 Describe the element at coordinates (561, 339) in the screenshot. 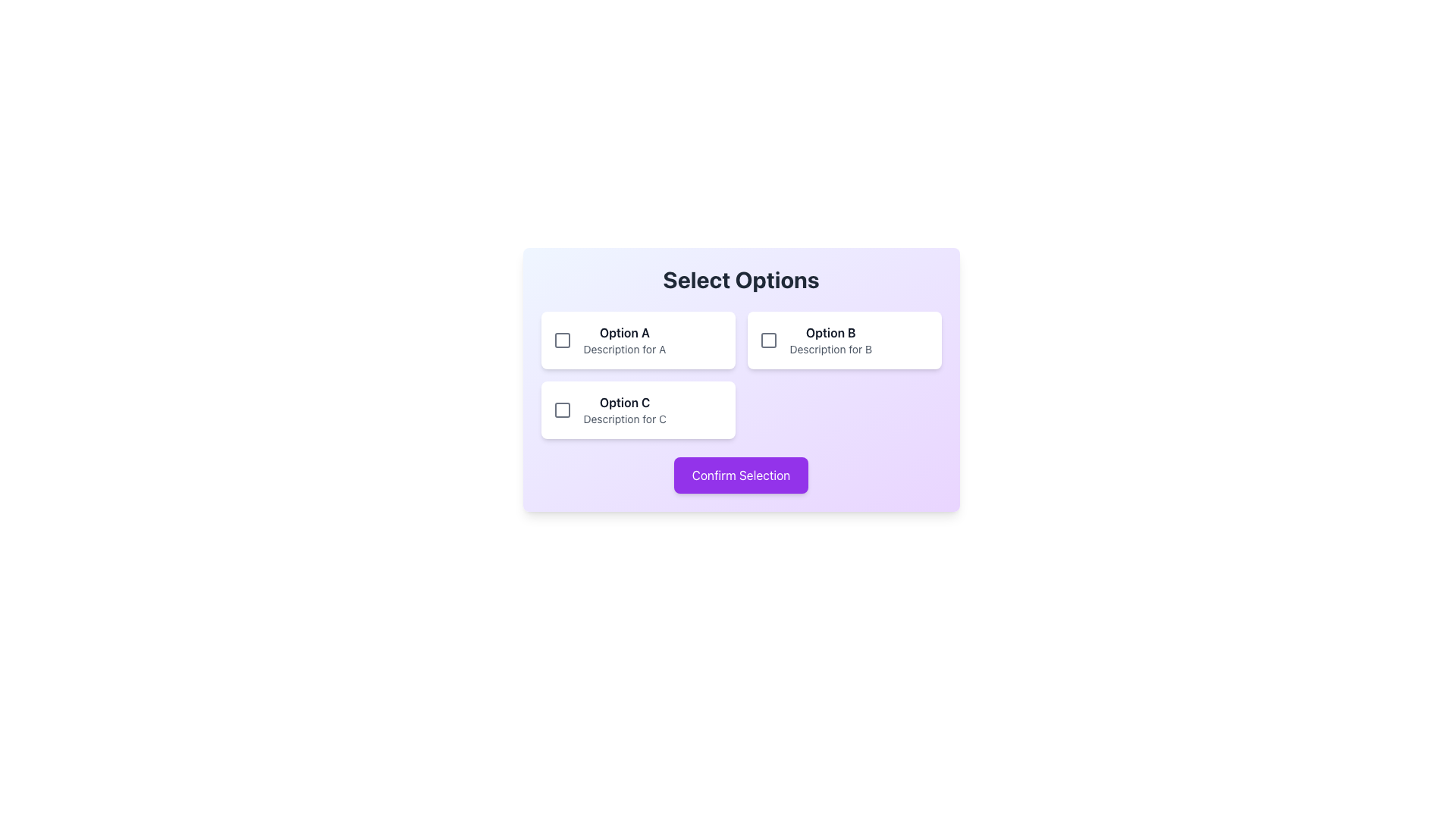

I see `the first checkbox located to the left of the text 'Option A Description for A' using keyboard navigation if accessible support is provided` at that location.